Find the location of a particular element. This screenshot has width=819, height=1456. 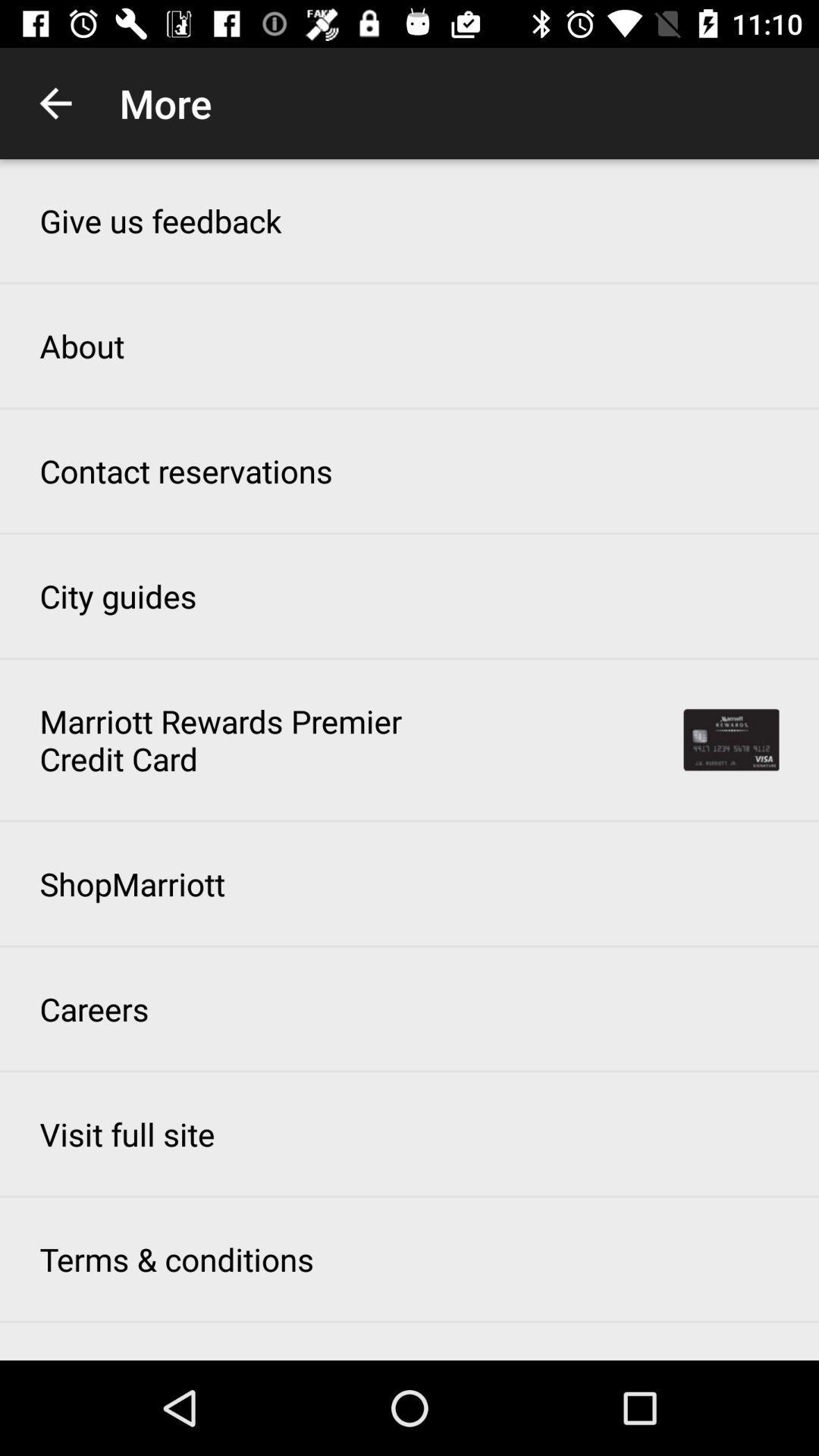

terms & conditions item is located at coordinates (176, 1259).